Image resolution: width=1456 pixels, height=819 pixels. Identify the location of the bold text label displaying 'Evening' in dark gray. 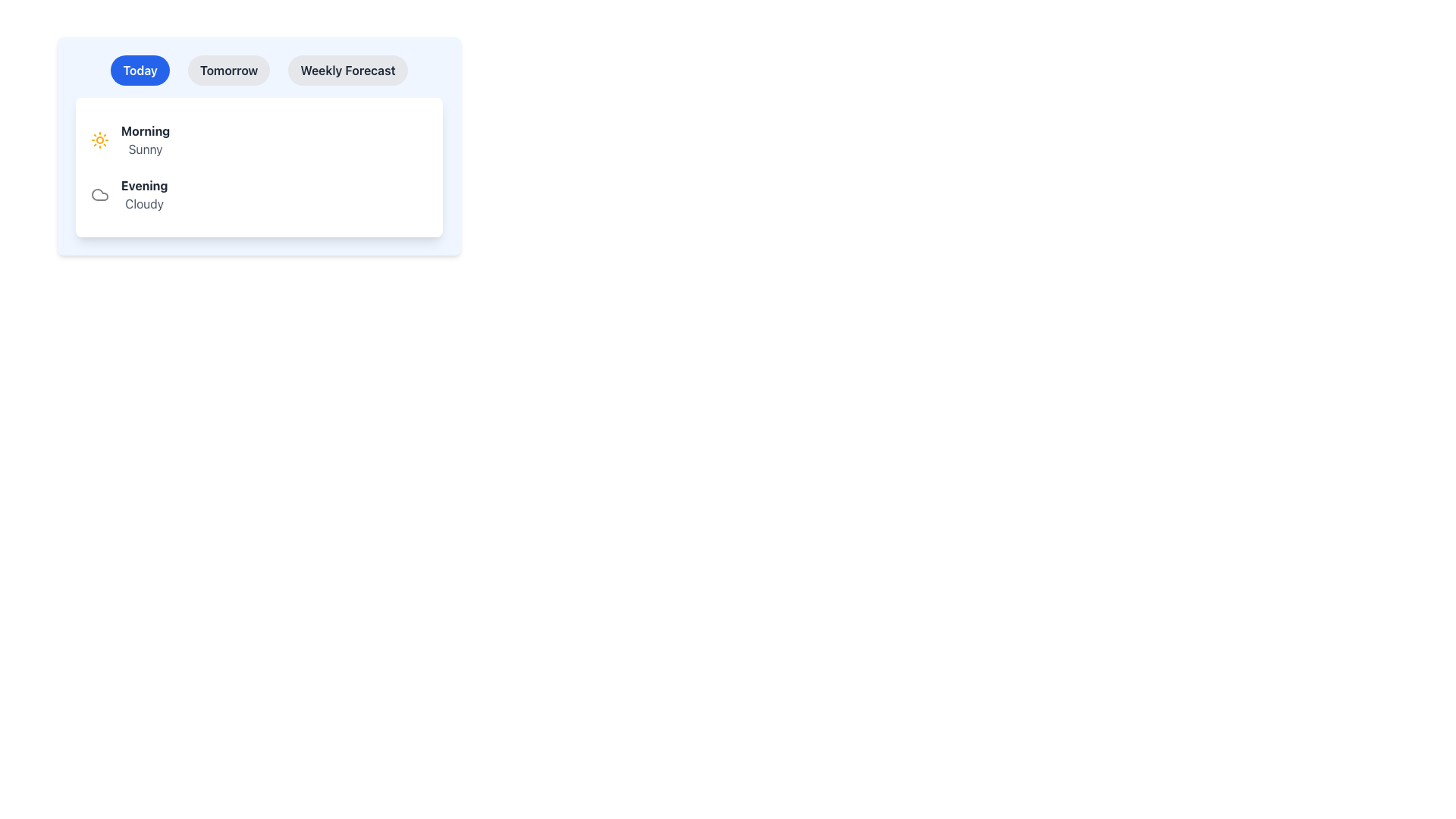
(144, 185).